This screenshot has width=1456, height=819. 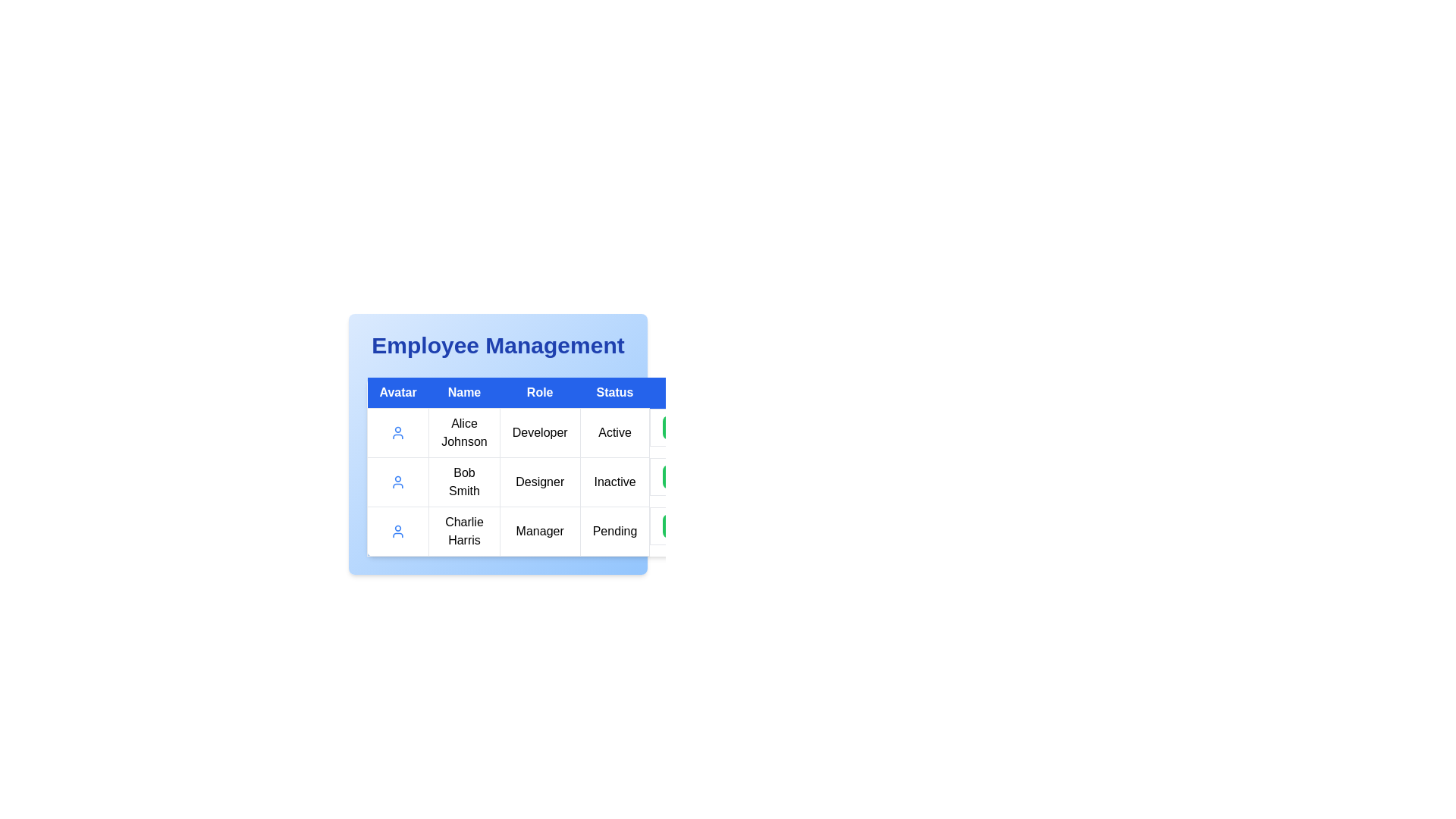 I want to click on the avatar icon located in the first column of the second row of the 'Employee Management' table, which visually represents the individual listed, so click(x=398, y=531).